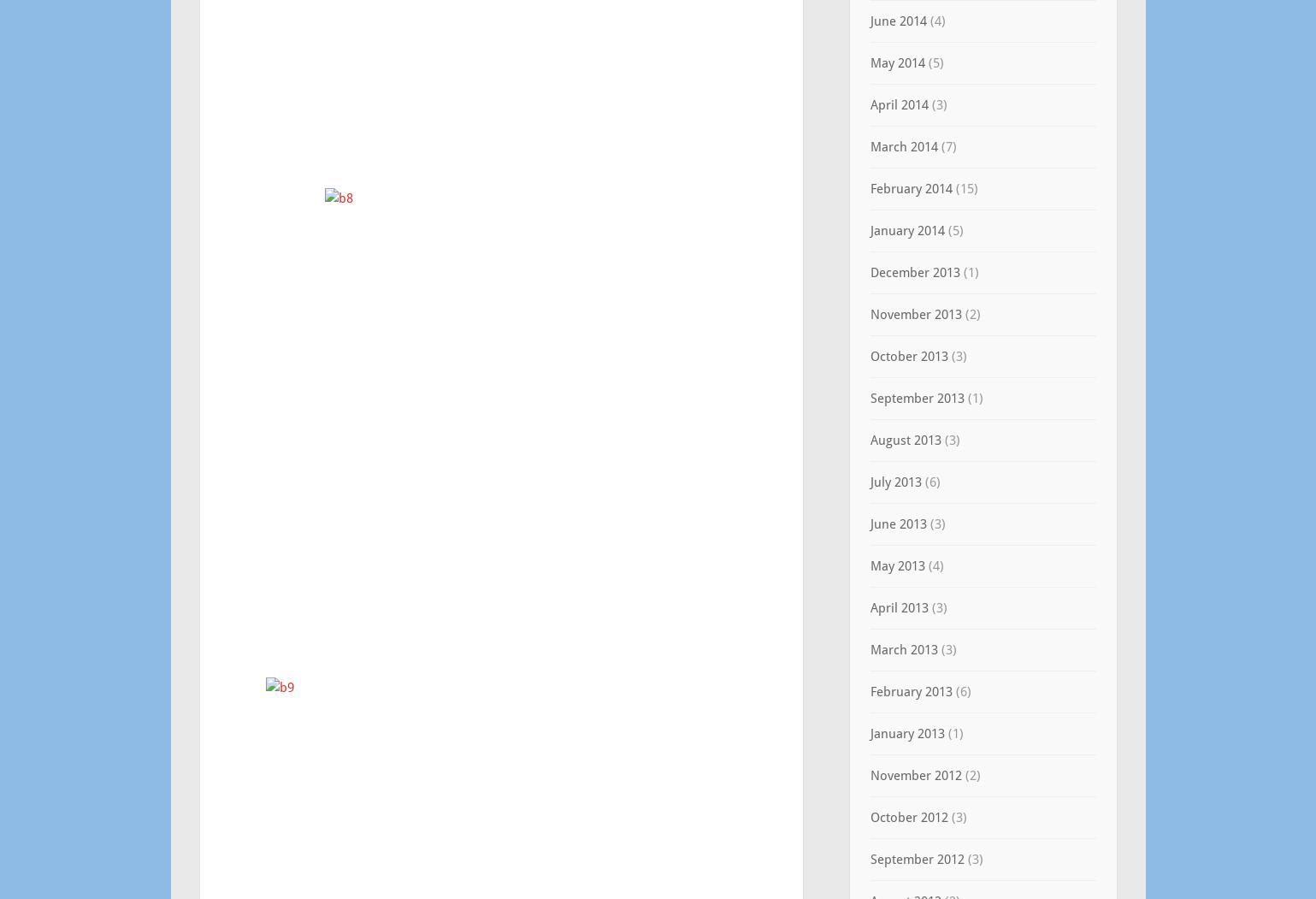 This screenshot has height=899, width=1316. What do you see at coordinates (907, 357) in the screenshot?
I see `'October 2013'` at bounding box center [907, 357].